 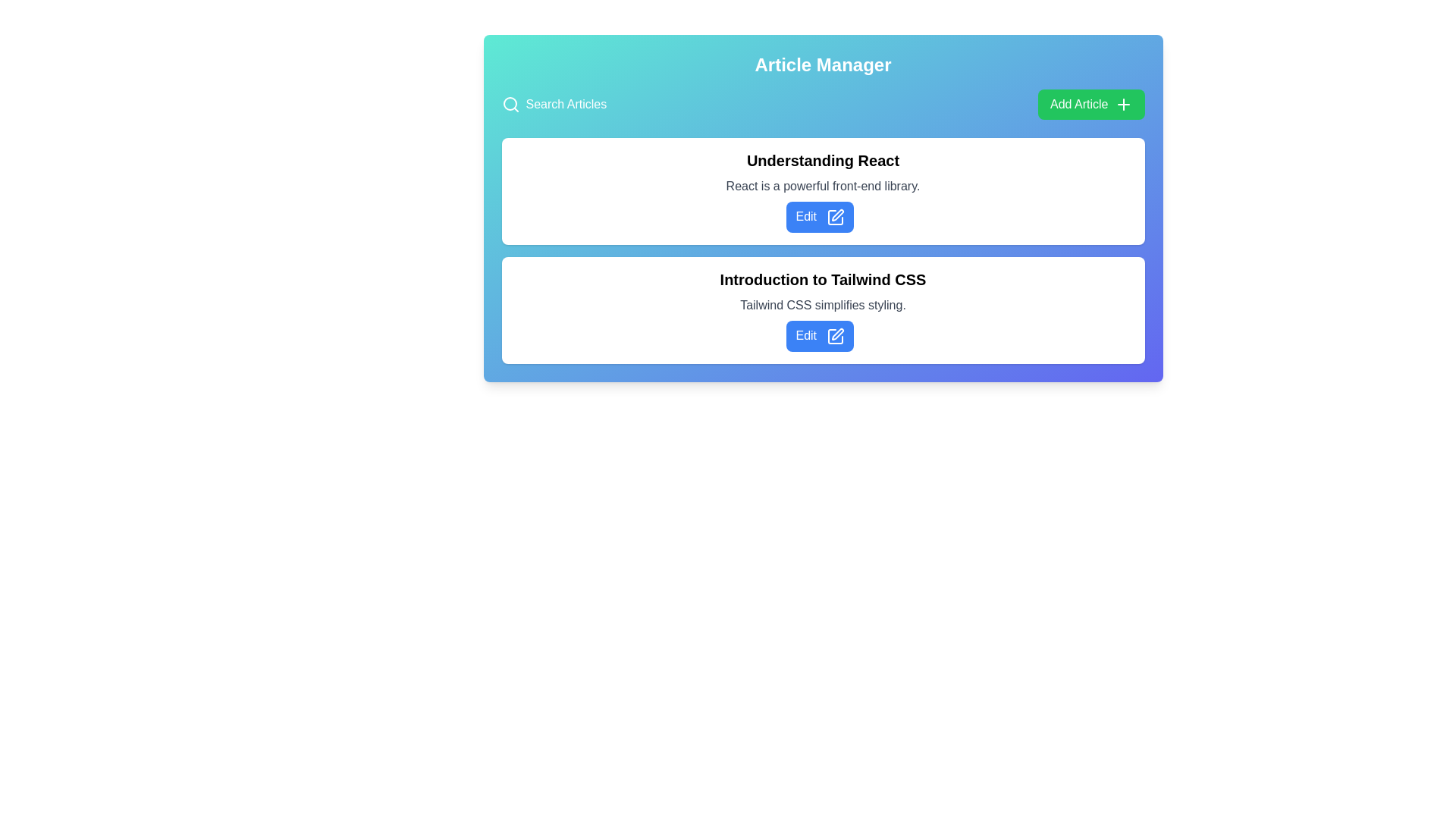 What do you see at coordinates (822, 279) in the screenshot?
I see `the Label element that introduces the content or section focusing on Tailwind CSS, positioned above the descriptive subtext and the 'Edit' button` at bounding box center [822, 279].